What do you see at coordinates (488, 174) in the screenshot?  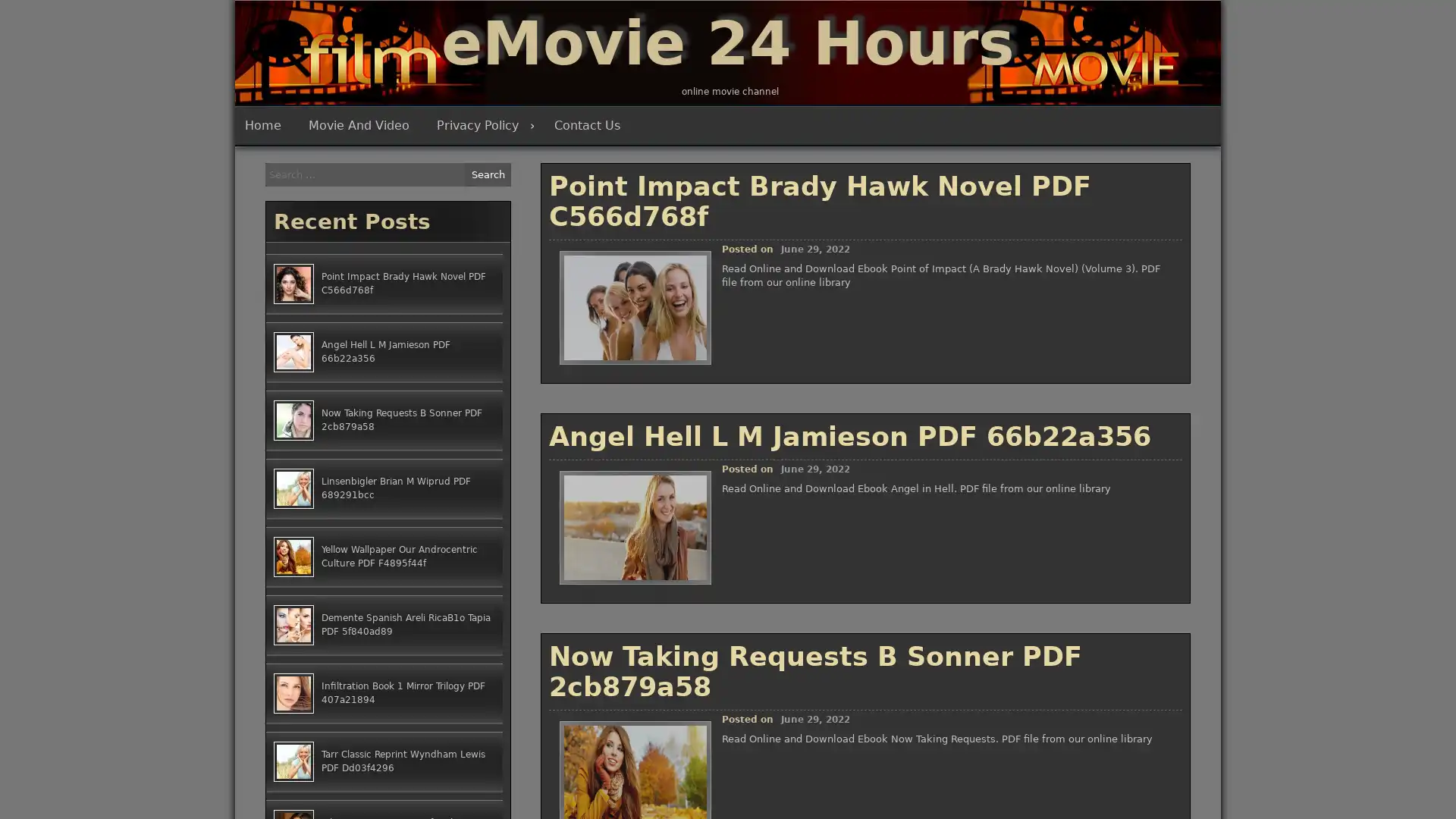 I see `Search` at bounding box center [488, 174].